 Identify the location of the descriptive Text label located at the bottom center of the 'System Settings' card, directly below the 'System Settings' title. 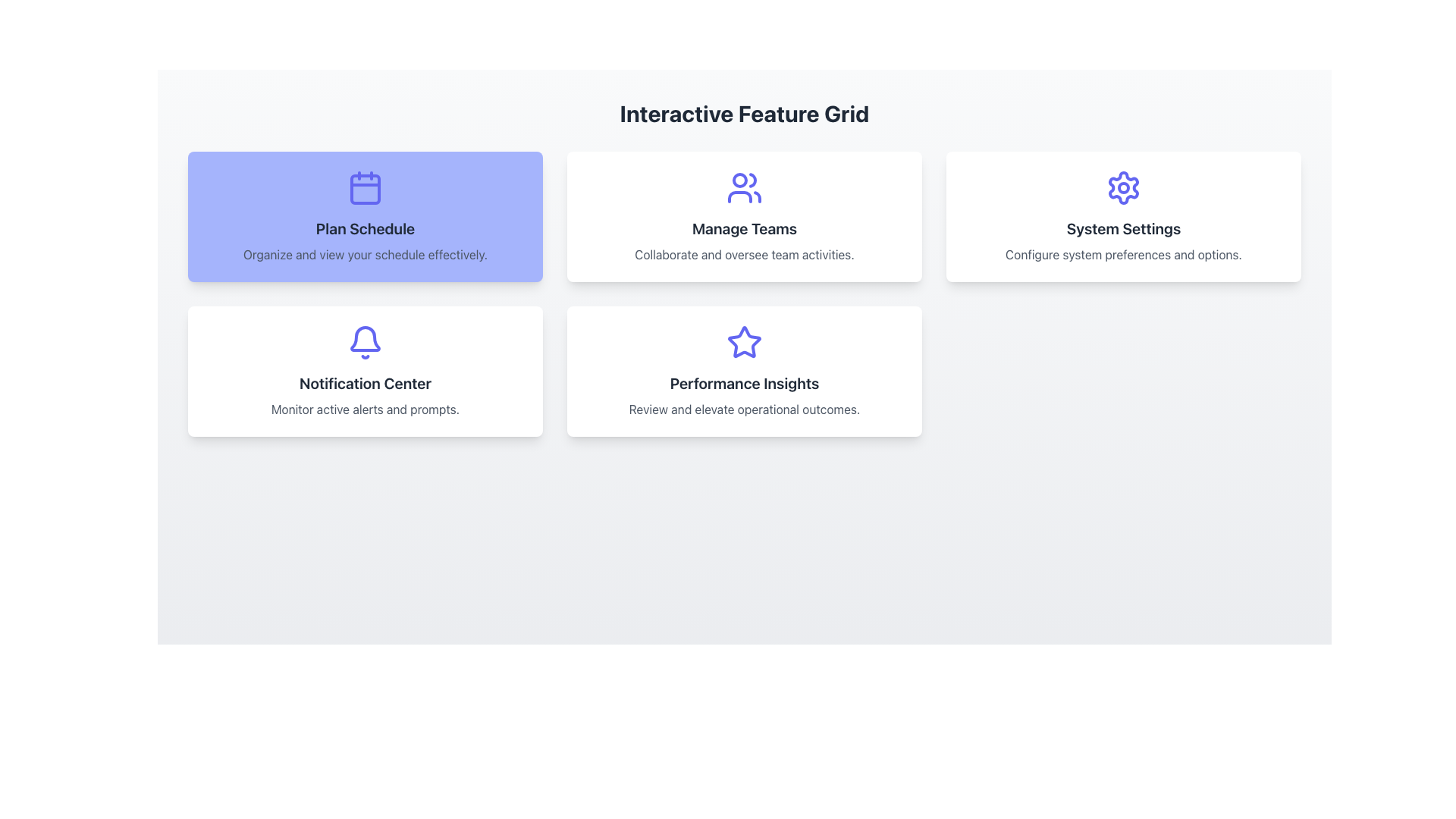
(1124, 253).